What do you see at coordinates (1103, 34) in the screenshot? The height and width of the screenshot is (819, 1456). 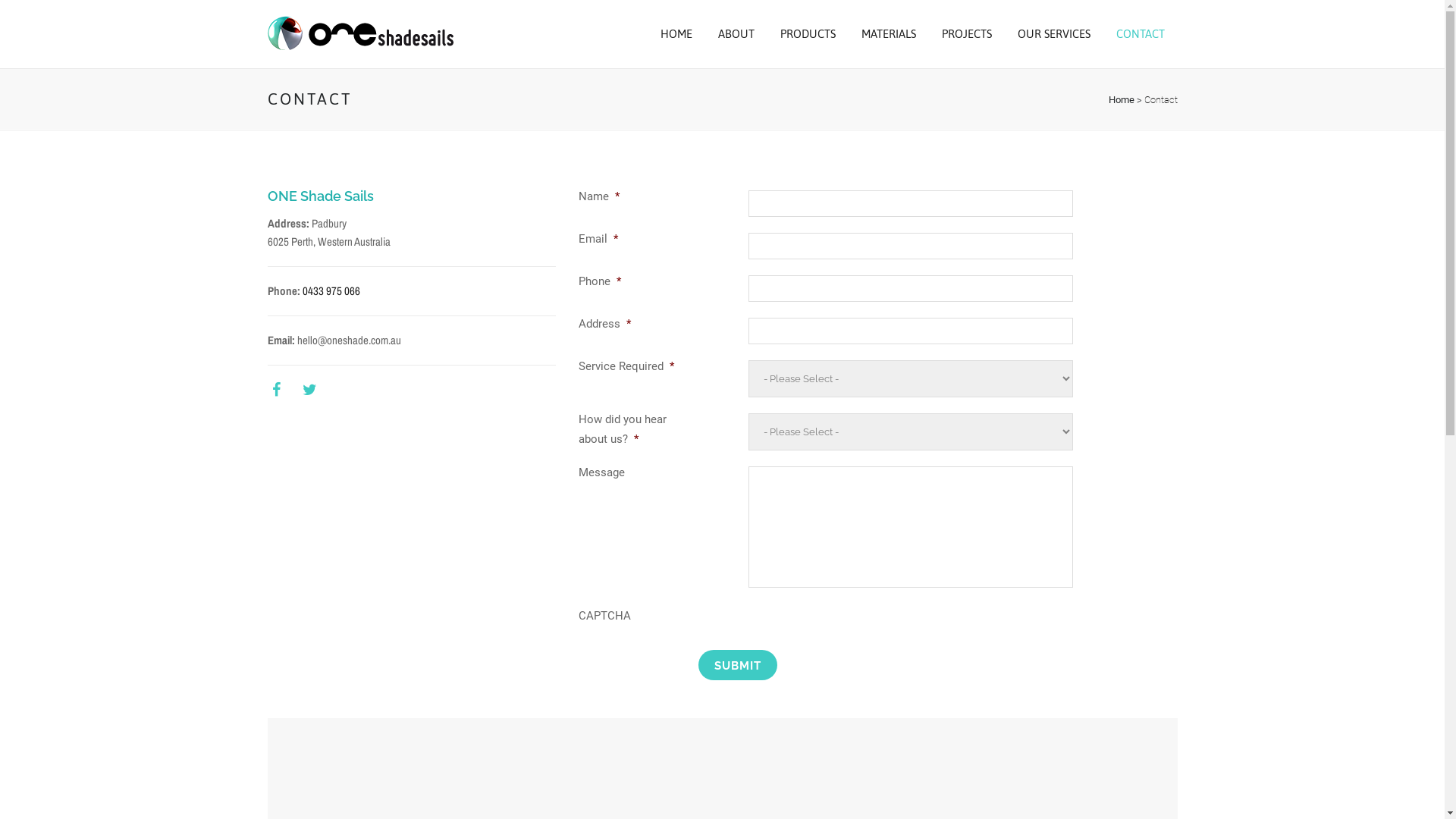 I see `'CONTACT'` at bounding box center [1103, 34].